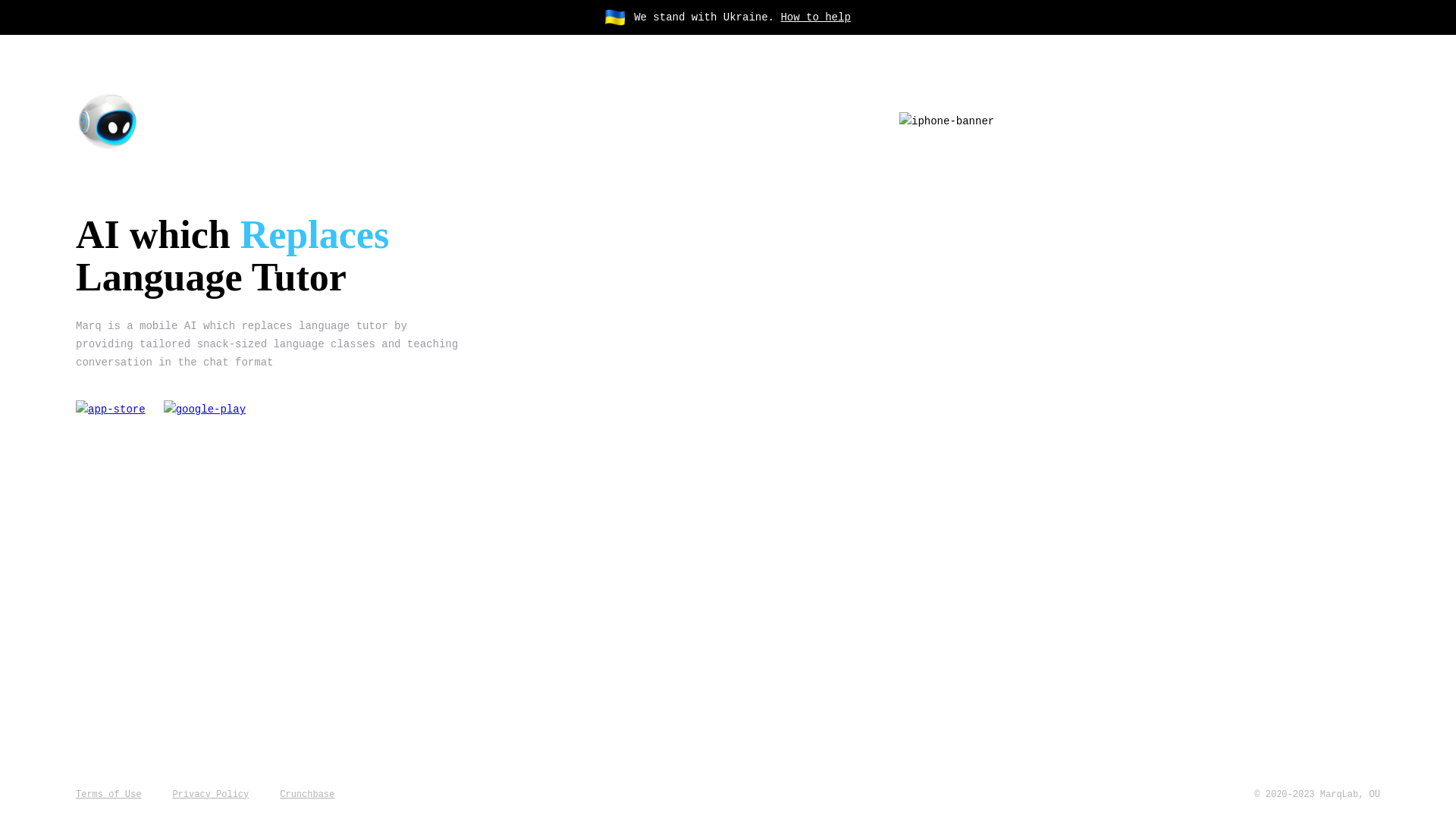 The width and height of the screenshot is (1456, 819). I want to click on 'Terms of Use', so click(108, 794).